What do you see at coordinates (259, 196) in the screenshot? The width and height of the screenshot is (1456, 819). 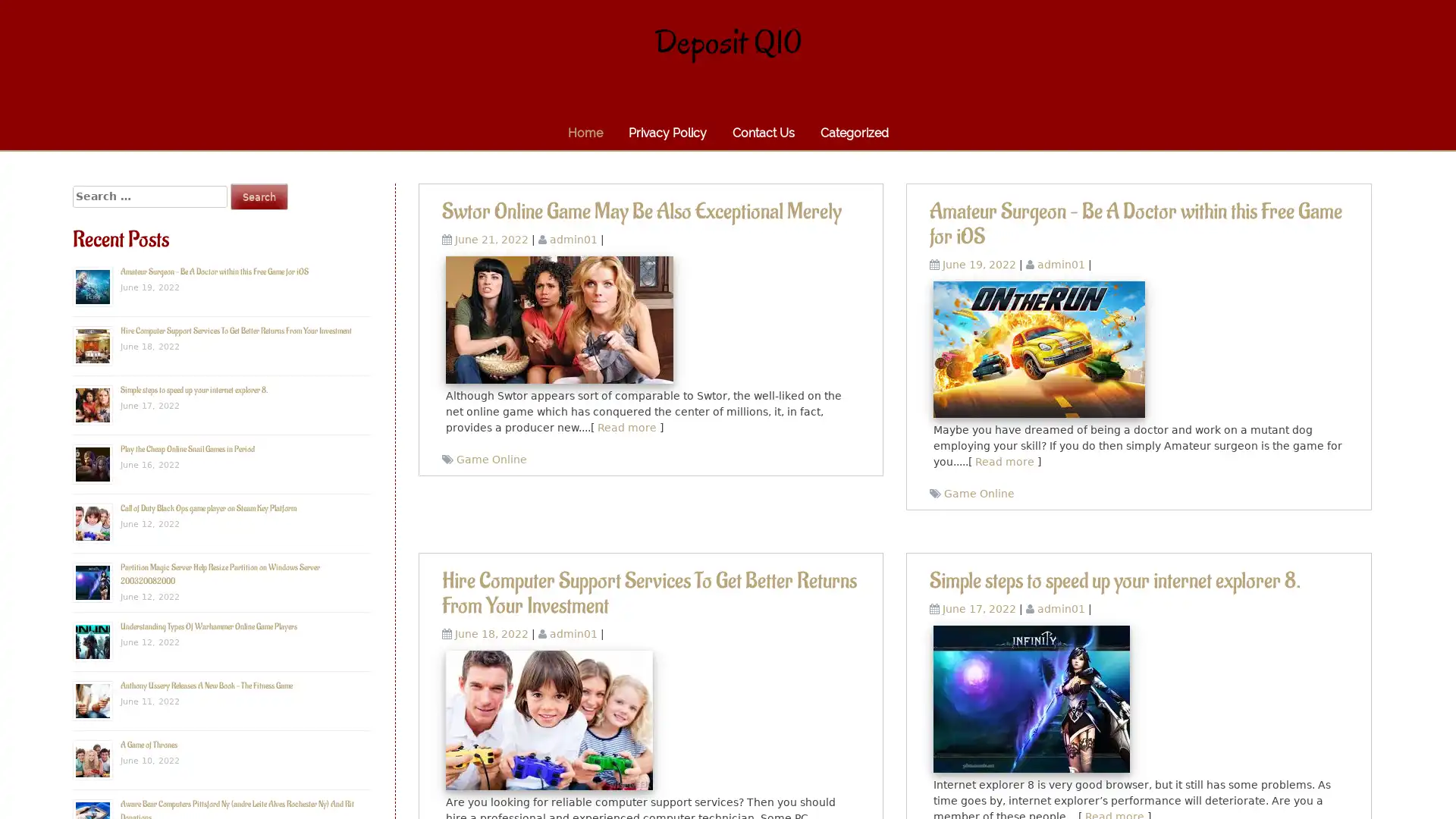 I see `Search` at bounding box center [259, 196].